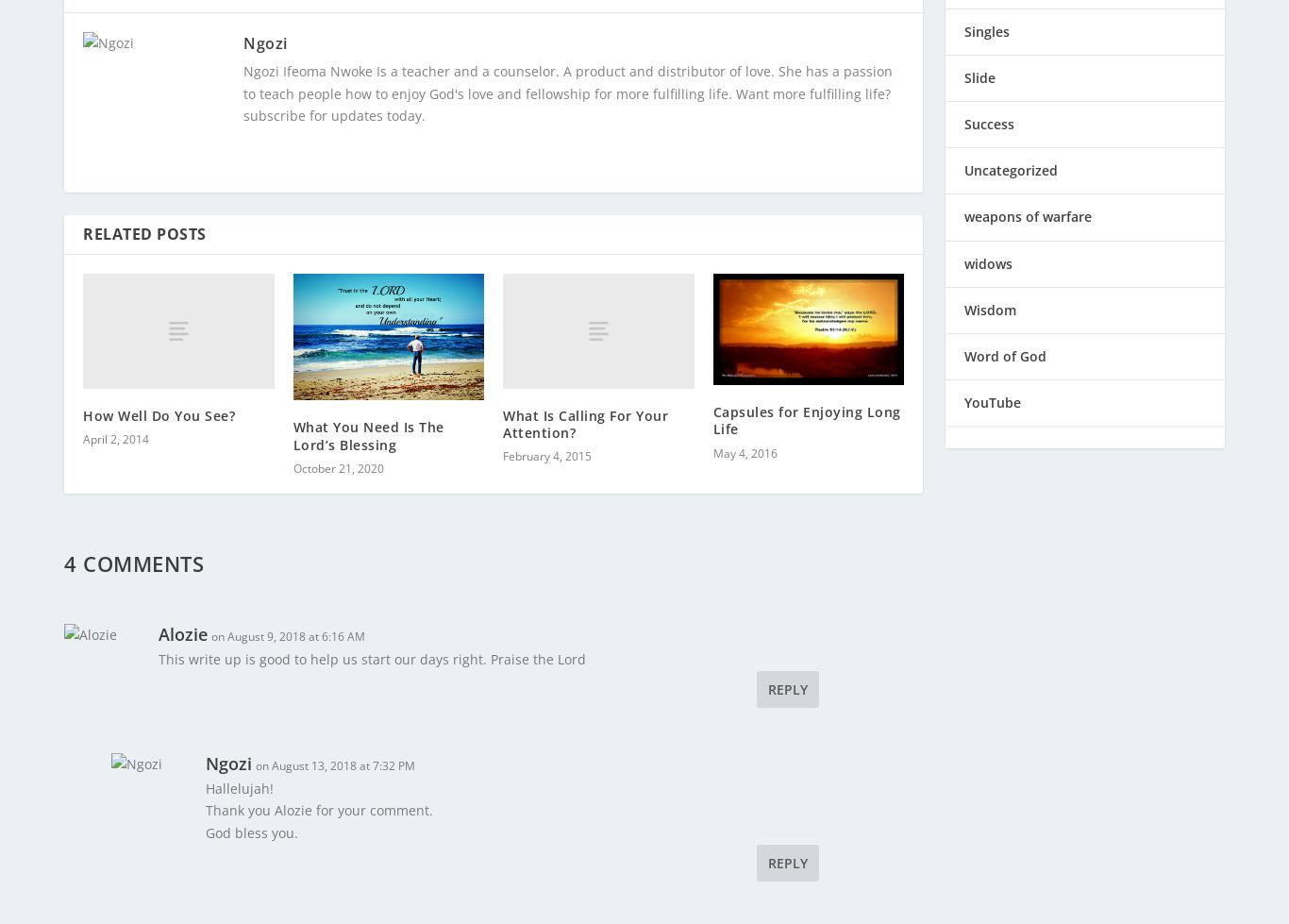  Describe the element at coordinates (133, 549) in the screenshot. I see `'4 Comments'` at that location.